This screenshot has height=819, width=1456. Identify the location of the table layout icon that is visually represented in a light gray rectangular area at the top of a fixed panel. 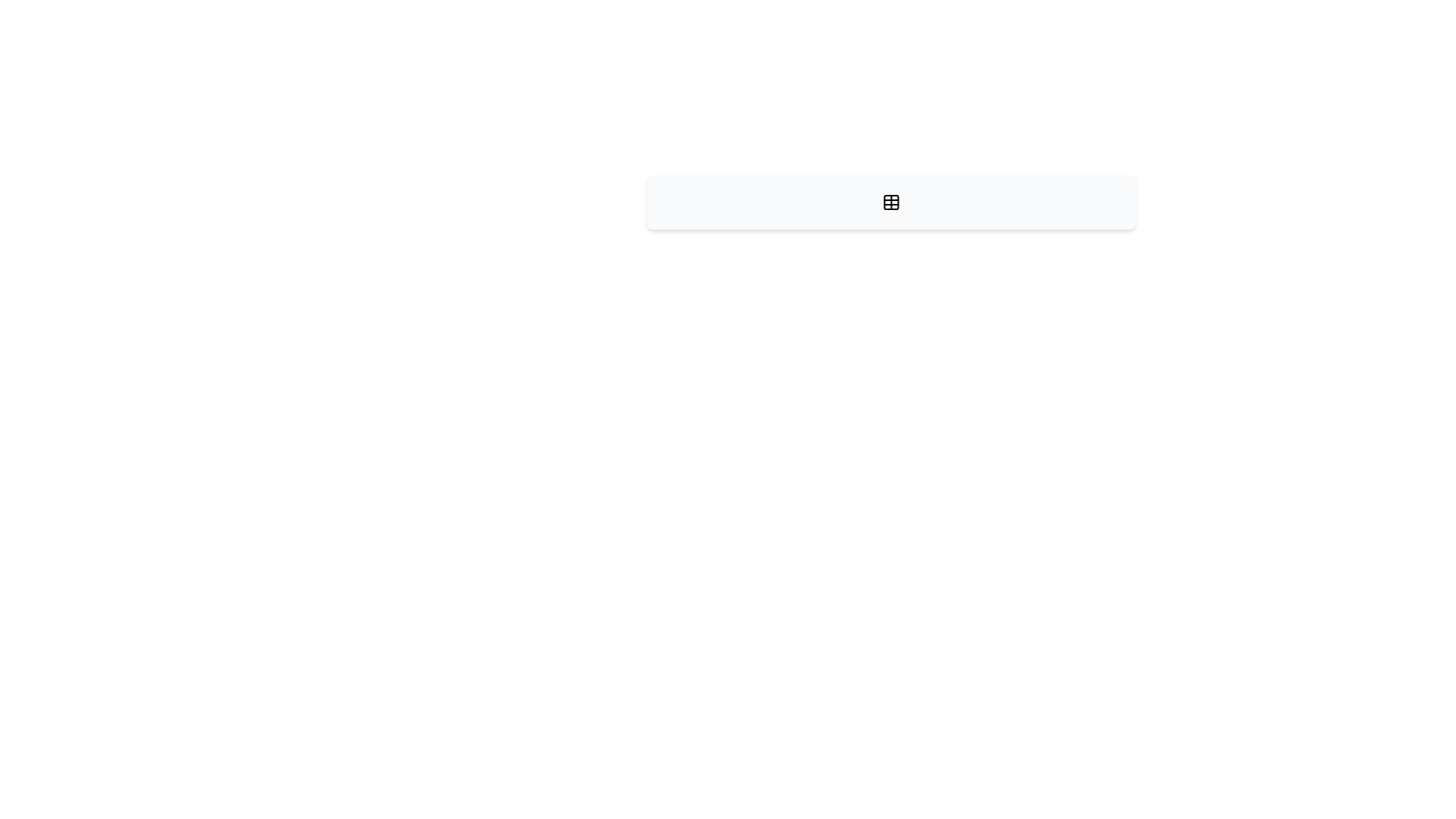
(891, 201).